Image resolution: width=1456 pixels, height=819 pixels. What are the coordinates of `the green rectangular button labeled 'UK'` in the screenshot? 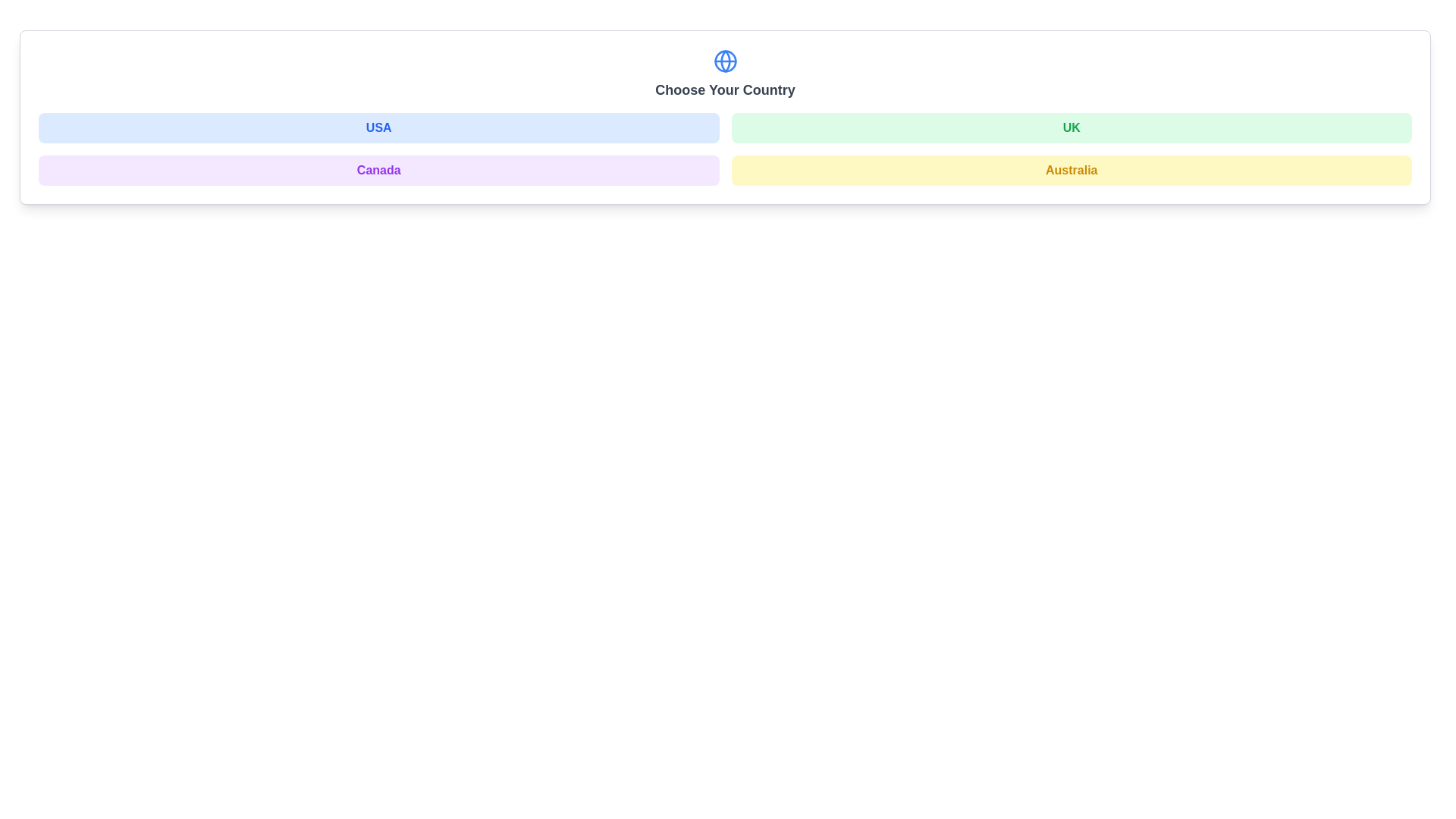 It's located at (1071, 127).